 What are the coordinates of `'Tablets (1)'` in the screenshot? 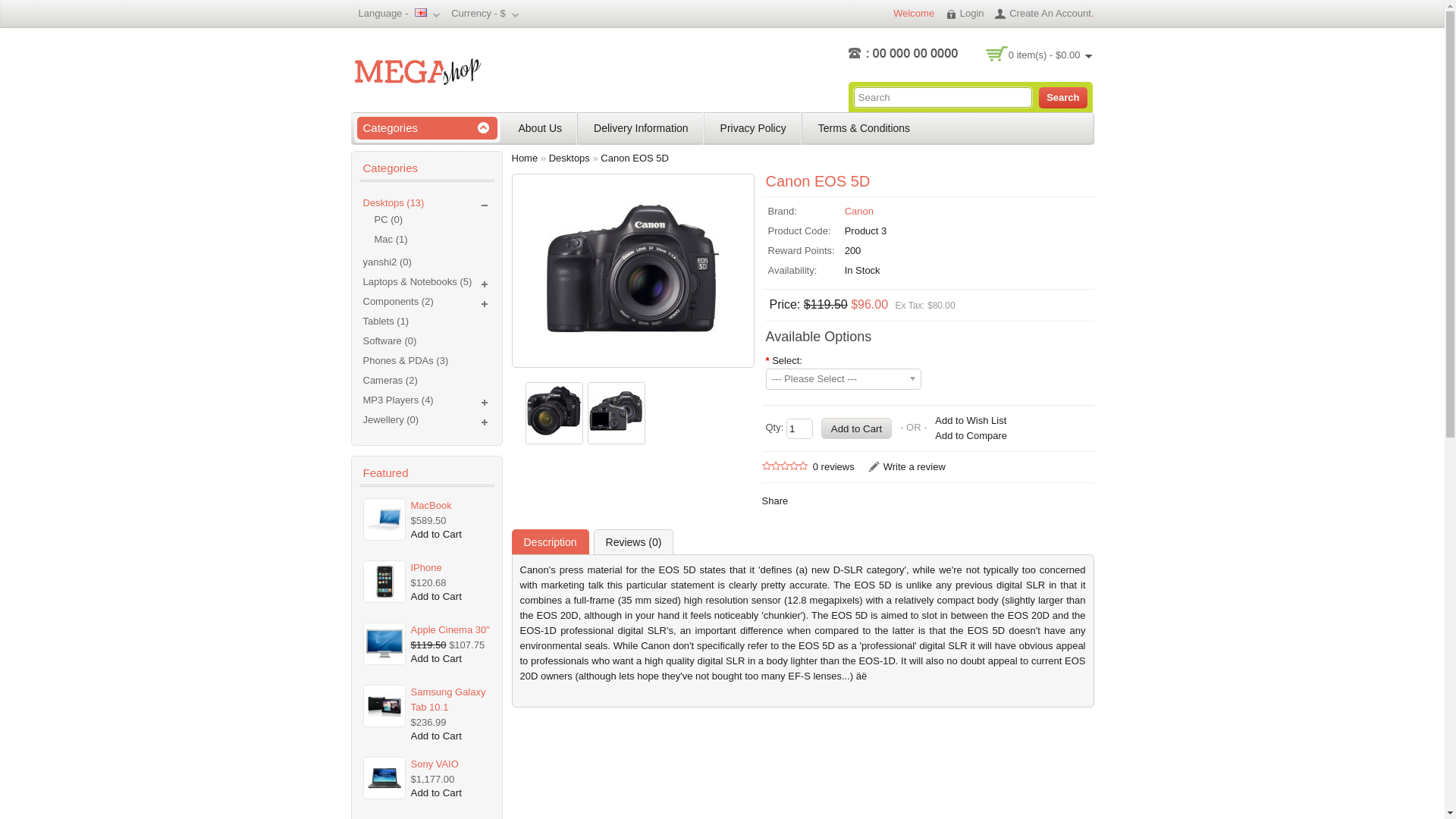 It's located at (385, 320).